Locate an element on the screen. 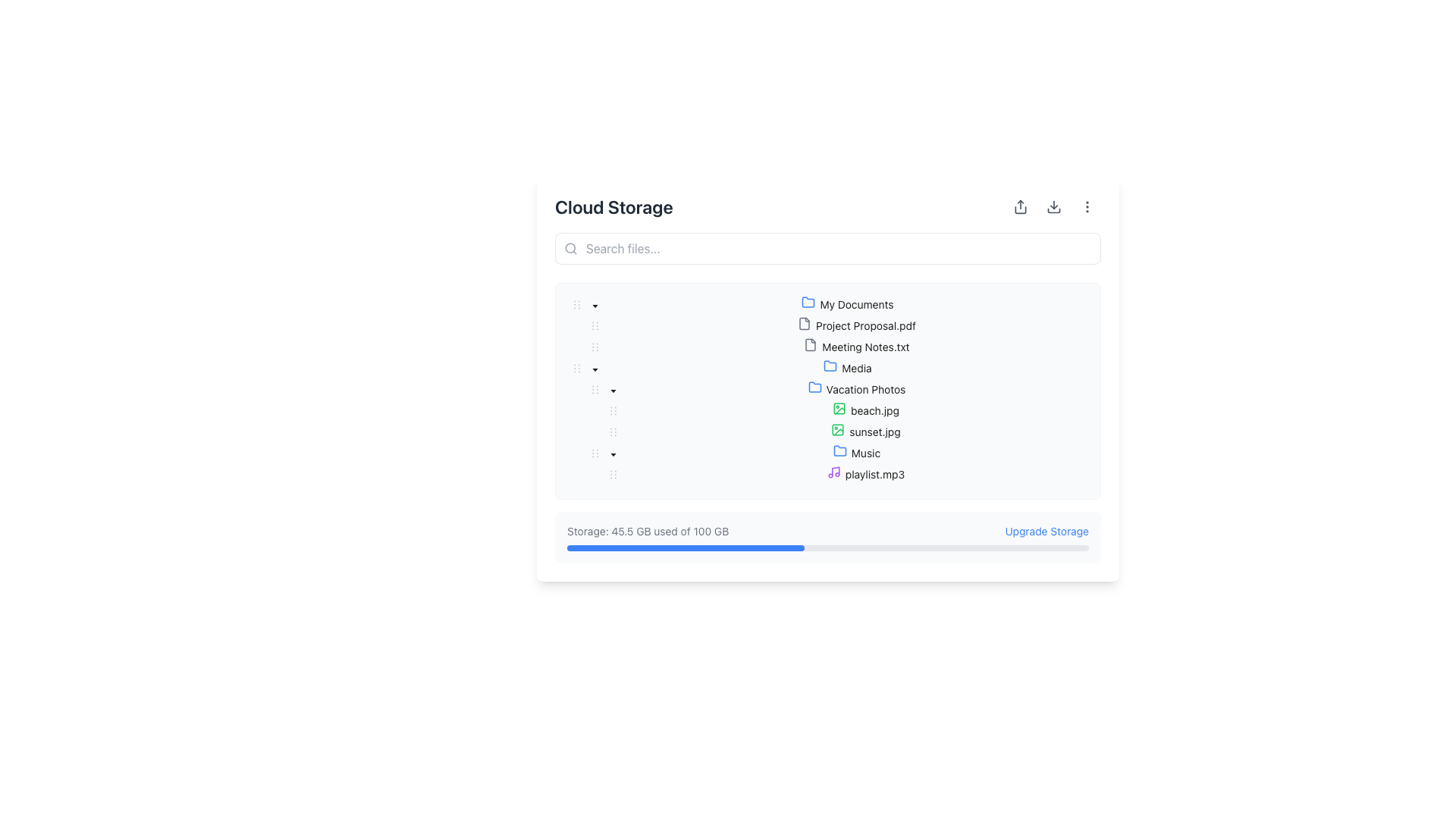 Image resolution: width=1456 pixels, height=819 pixels. the draggable handle icon, which resembles three vertically aligned dots is located at coordinates (595, 325).